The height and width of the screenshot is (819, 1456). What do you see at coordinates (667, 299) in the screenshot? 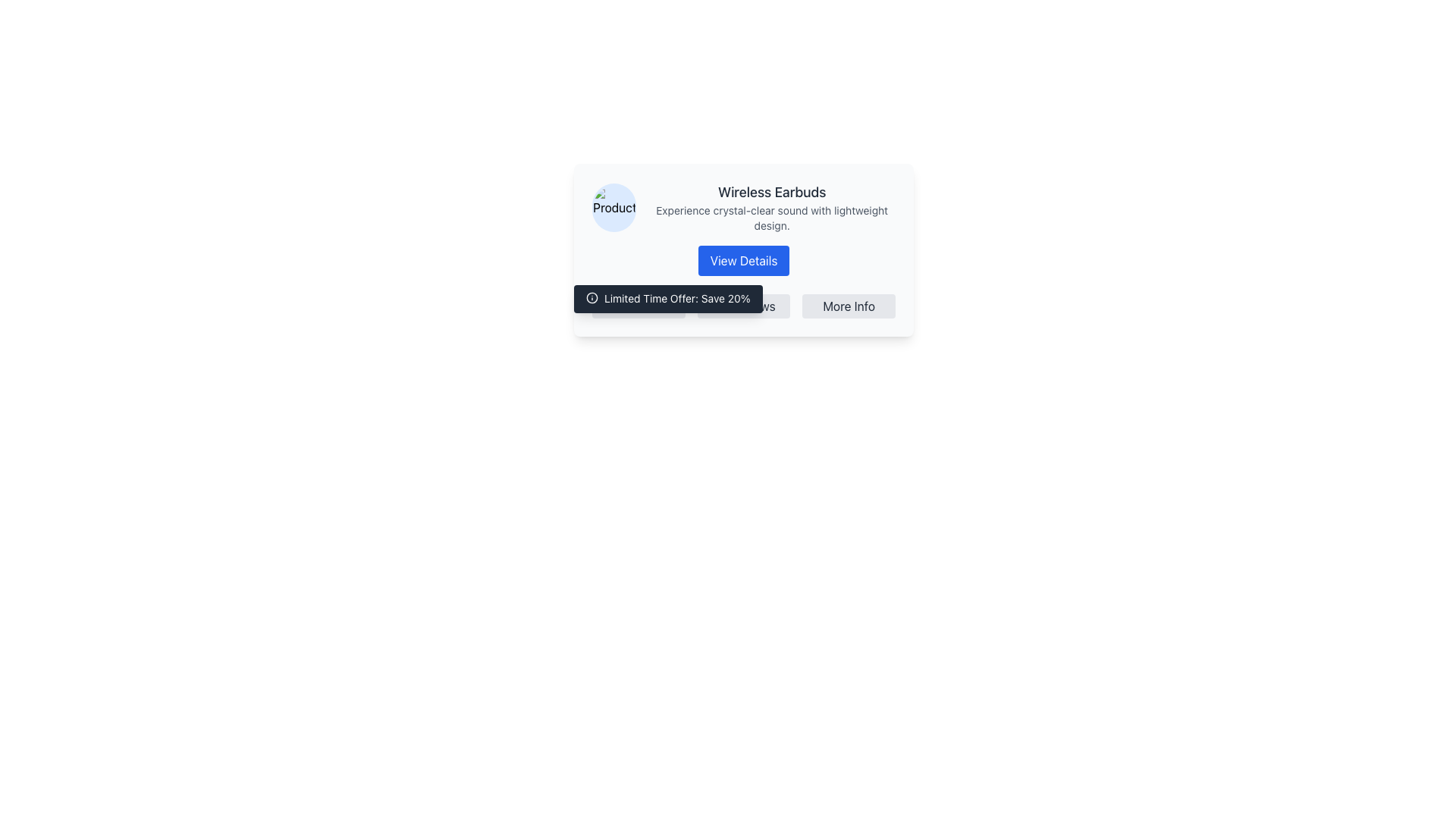
I see `the informational notification box that displays the promotional offer, located centrally below the 'View Details' button` at bounding box center [667, 299].